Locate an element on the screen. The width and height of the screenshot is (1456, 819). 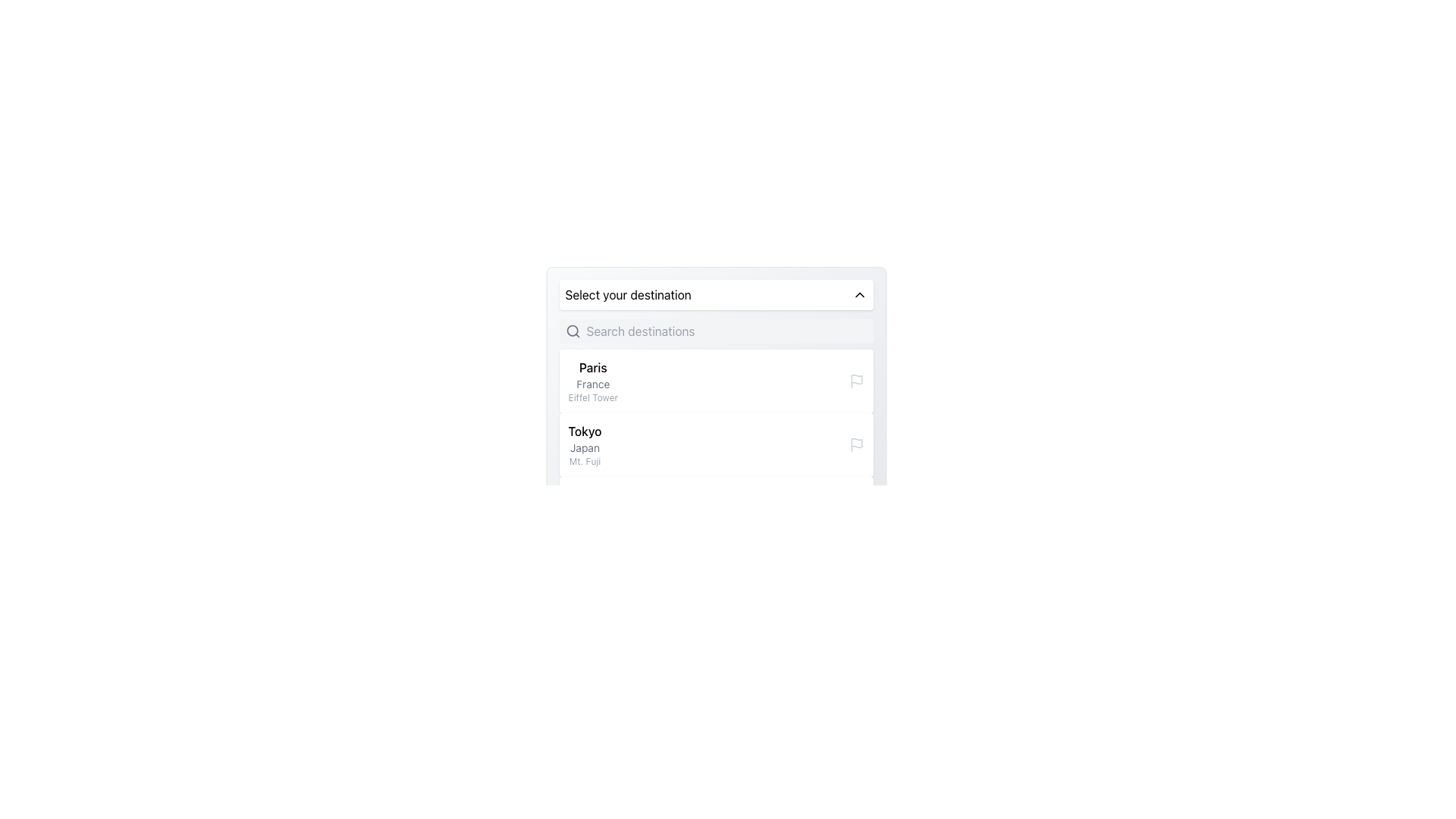
text from the bold label displaying 'Paris', which is the main header for the entry, located in the first row above 'France' and 'Eiffel Tower' is located at coordinates (592, 368).